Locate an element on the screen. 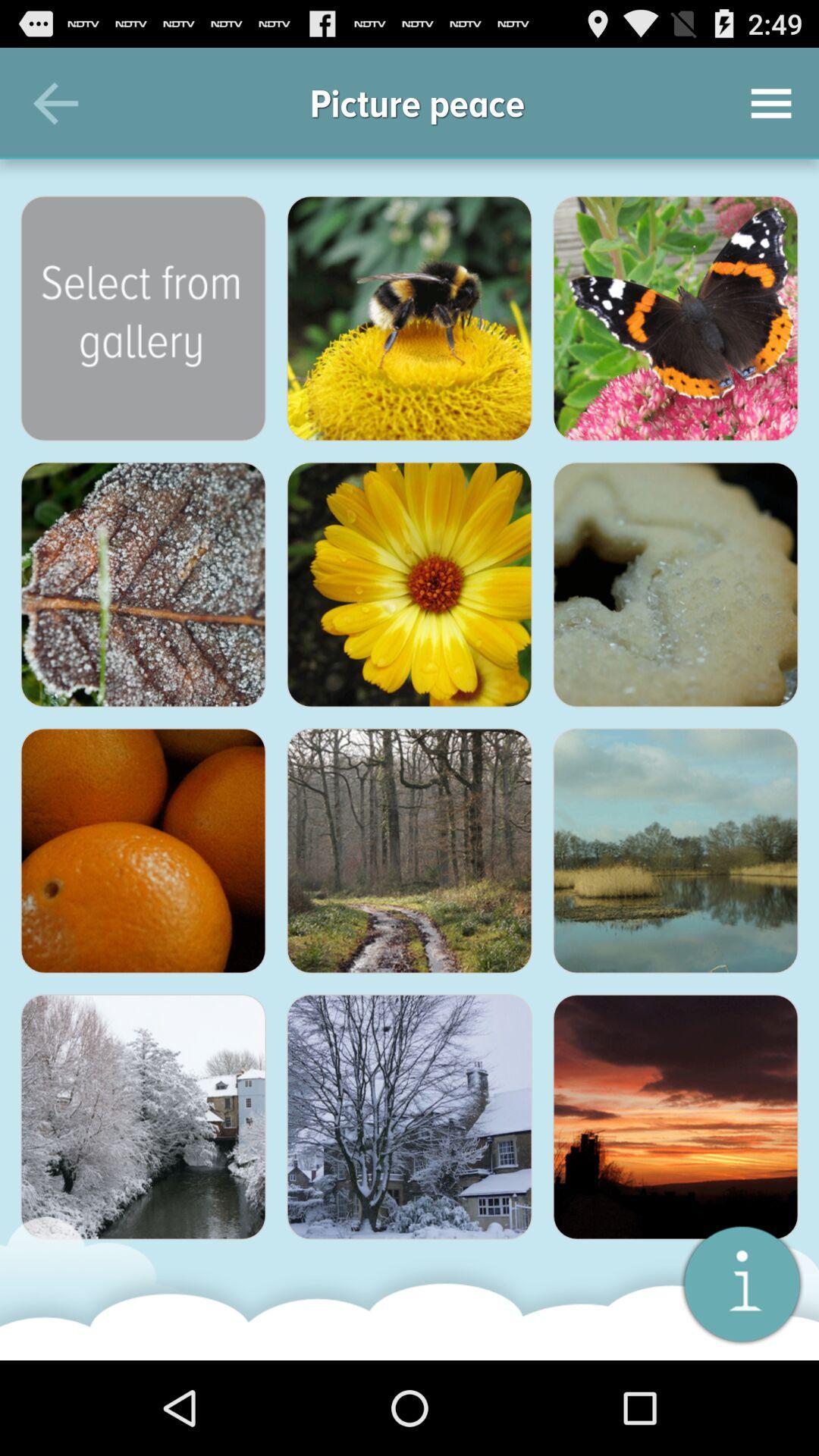  icon at the bottom is located at coordinates (409, 1117).